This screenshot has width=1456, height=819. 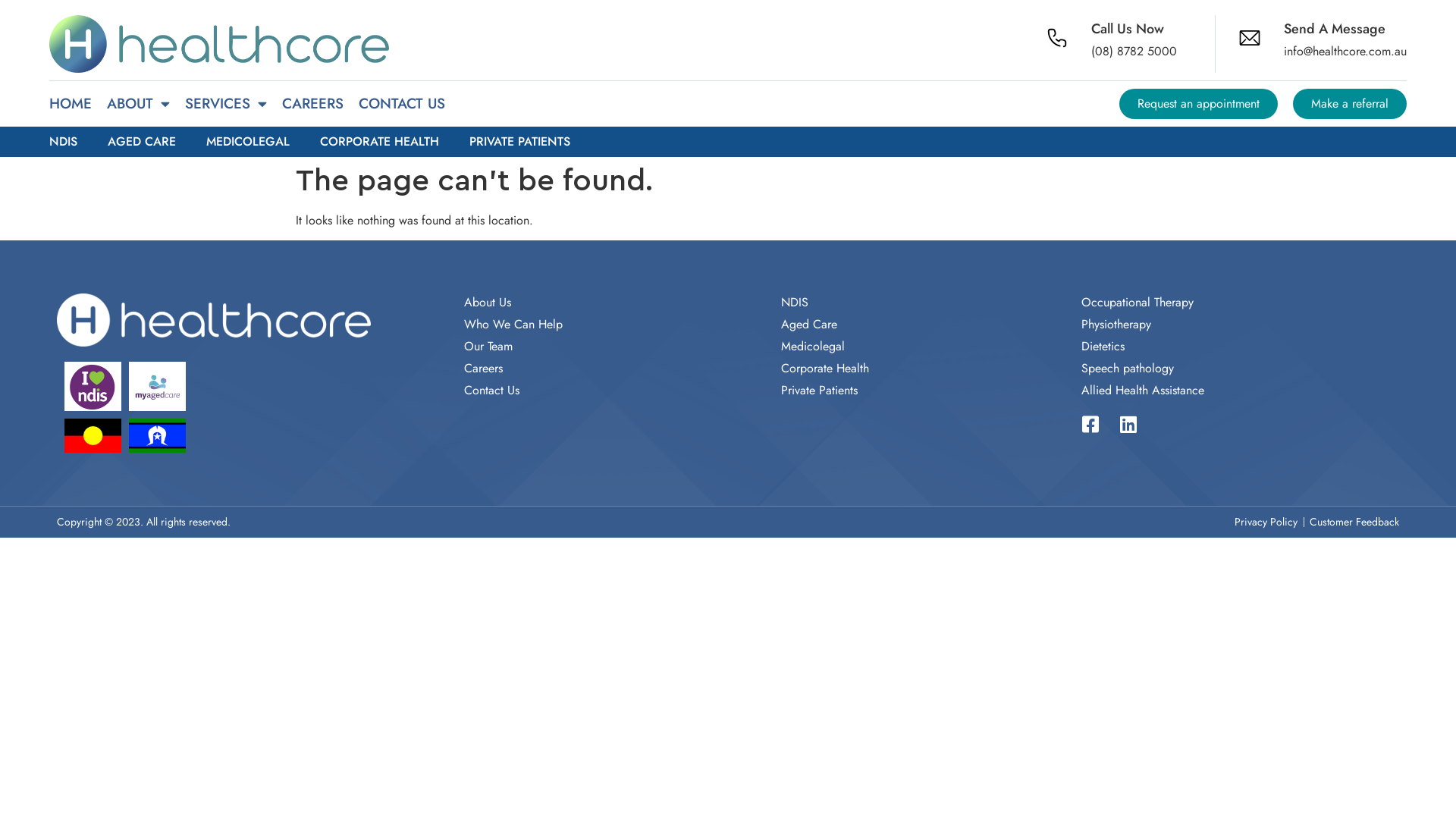 What do you see at coordinates (312, 103) in the screenshot?
I see `'CAREERS'` at bounding box center [312, 103].